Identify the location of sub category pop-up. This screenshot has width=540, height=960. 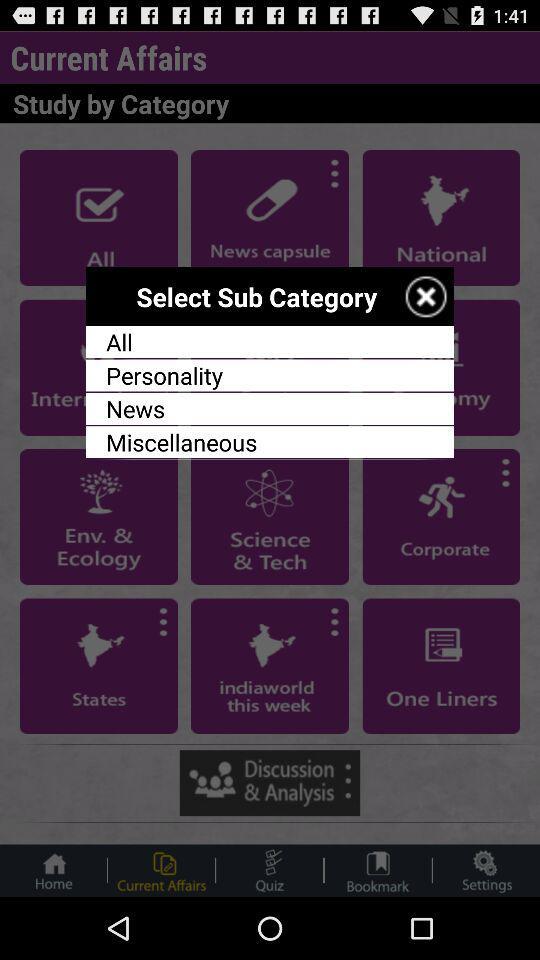
(425, 295).